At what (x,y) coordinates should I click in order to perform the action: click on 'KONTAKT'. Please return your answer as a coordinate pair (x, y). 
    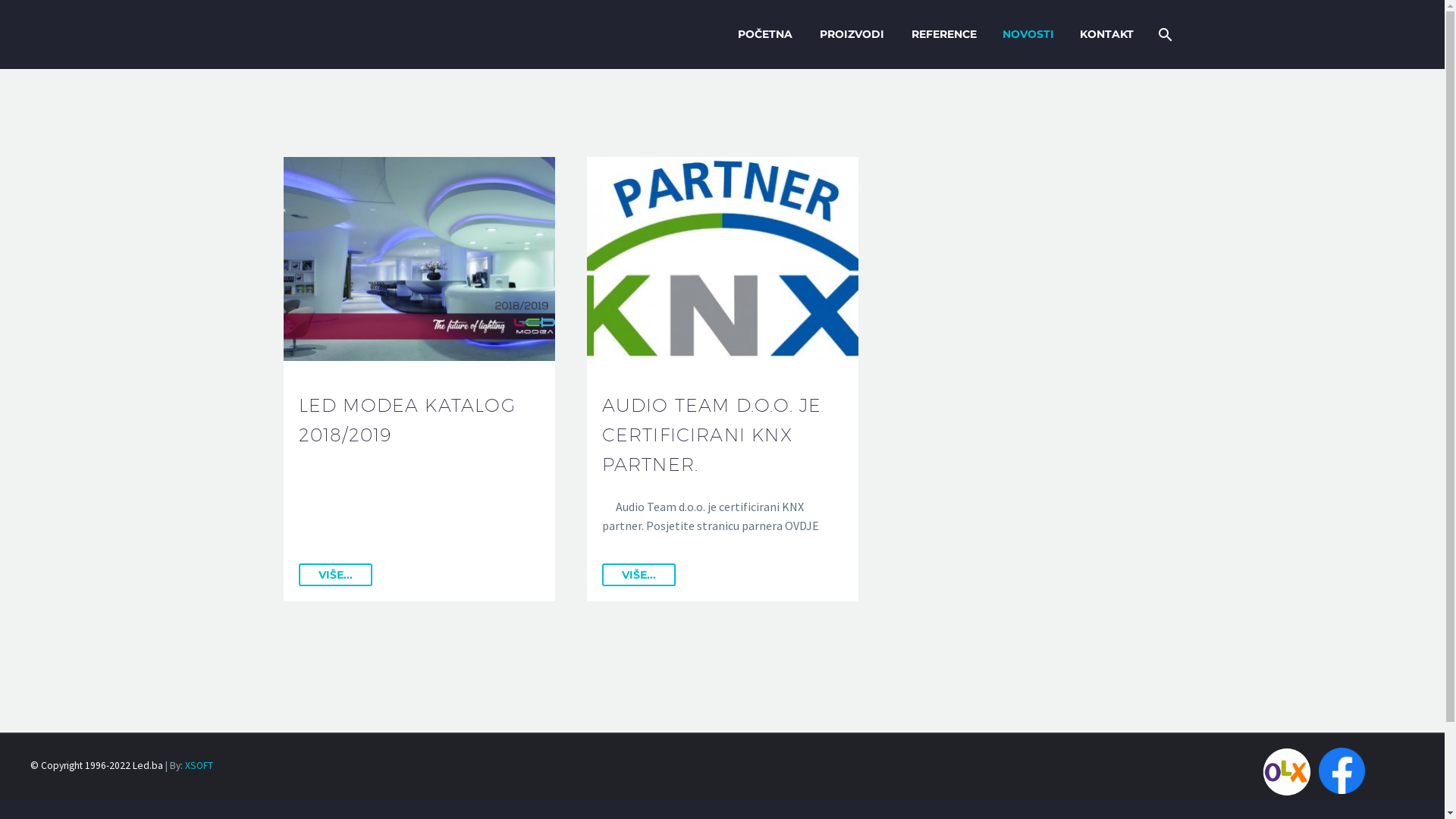
    Looking at the image, I should click on (1066, 34).